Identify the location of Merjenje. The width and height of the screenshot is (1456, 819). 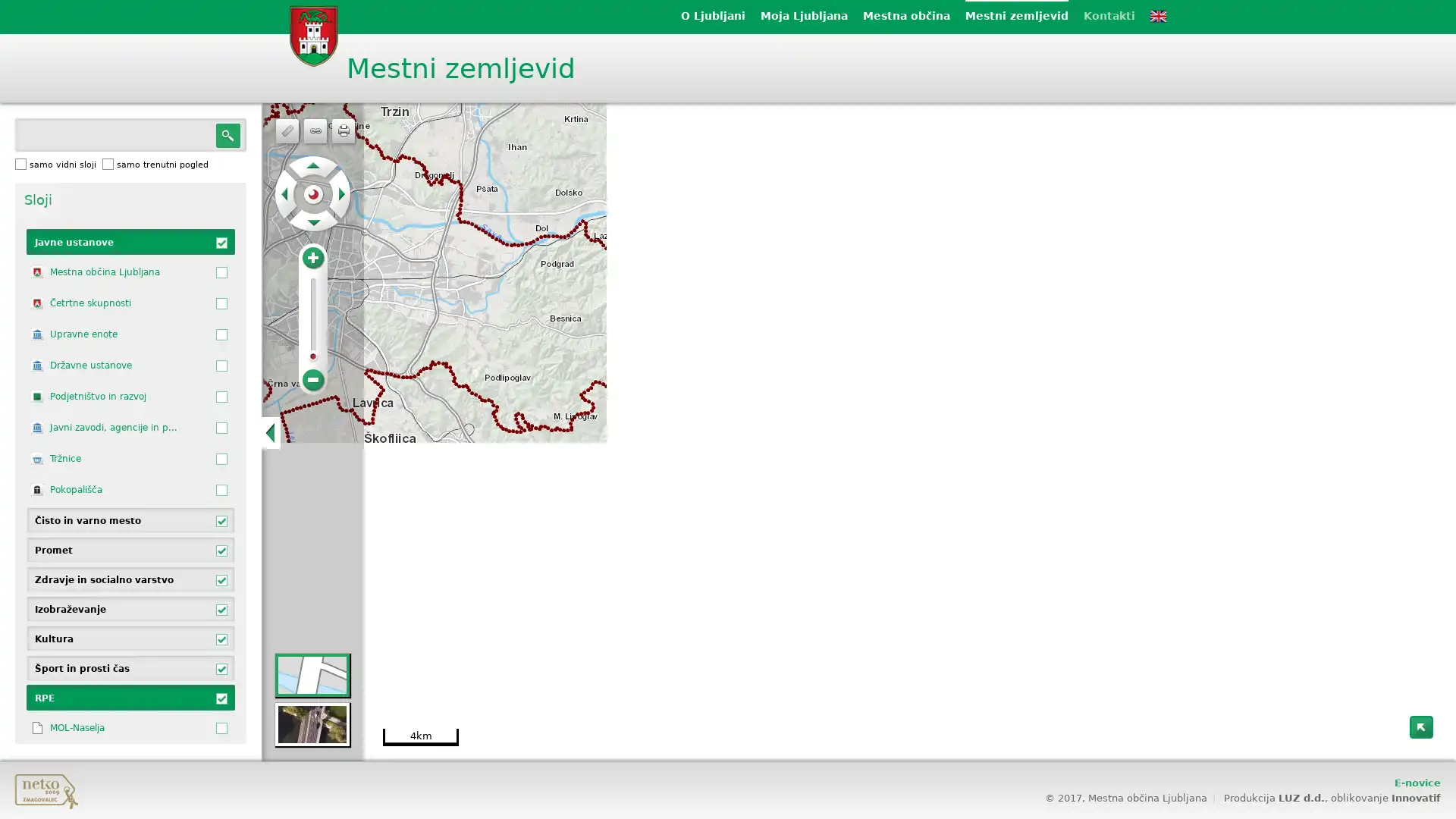
(287, 130).